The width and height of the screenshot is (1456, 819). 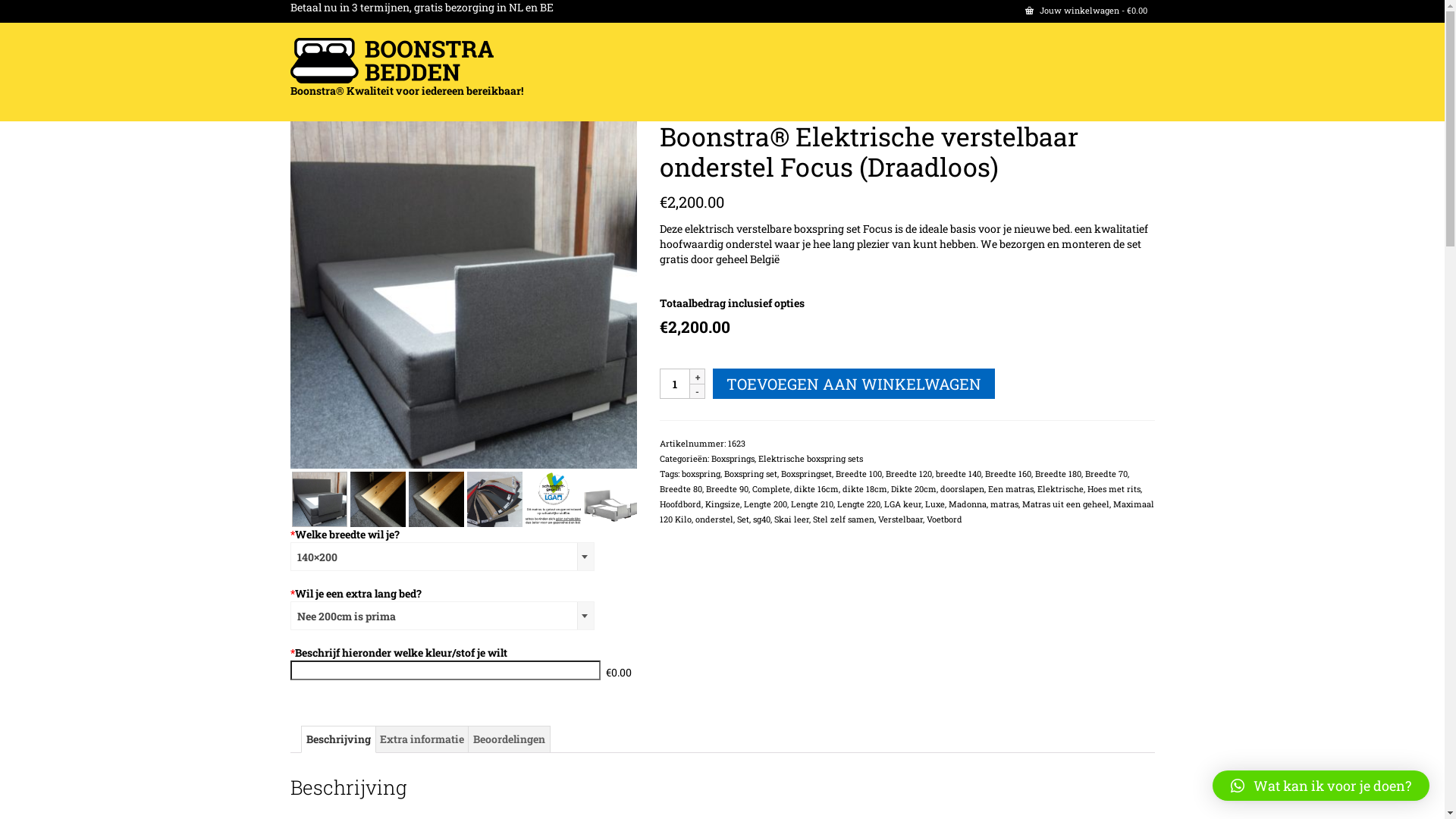 What do you see at coordinates (943, 518) in the screenshot?
I see `'Voetbord'` at bounding box center [943, 518].